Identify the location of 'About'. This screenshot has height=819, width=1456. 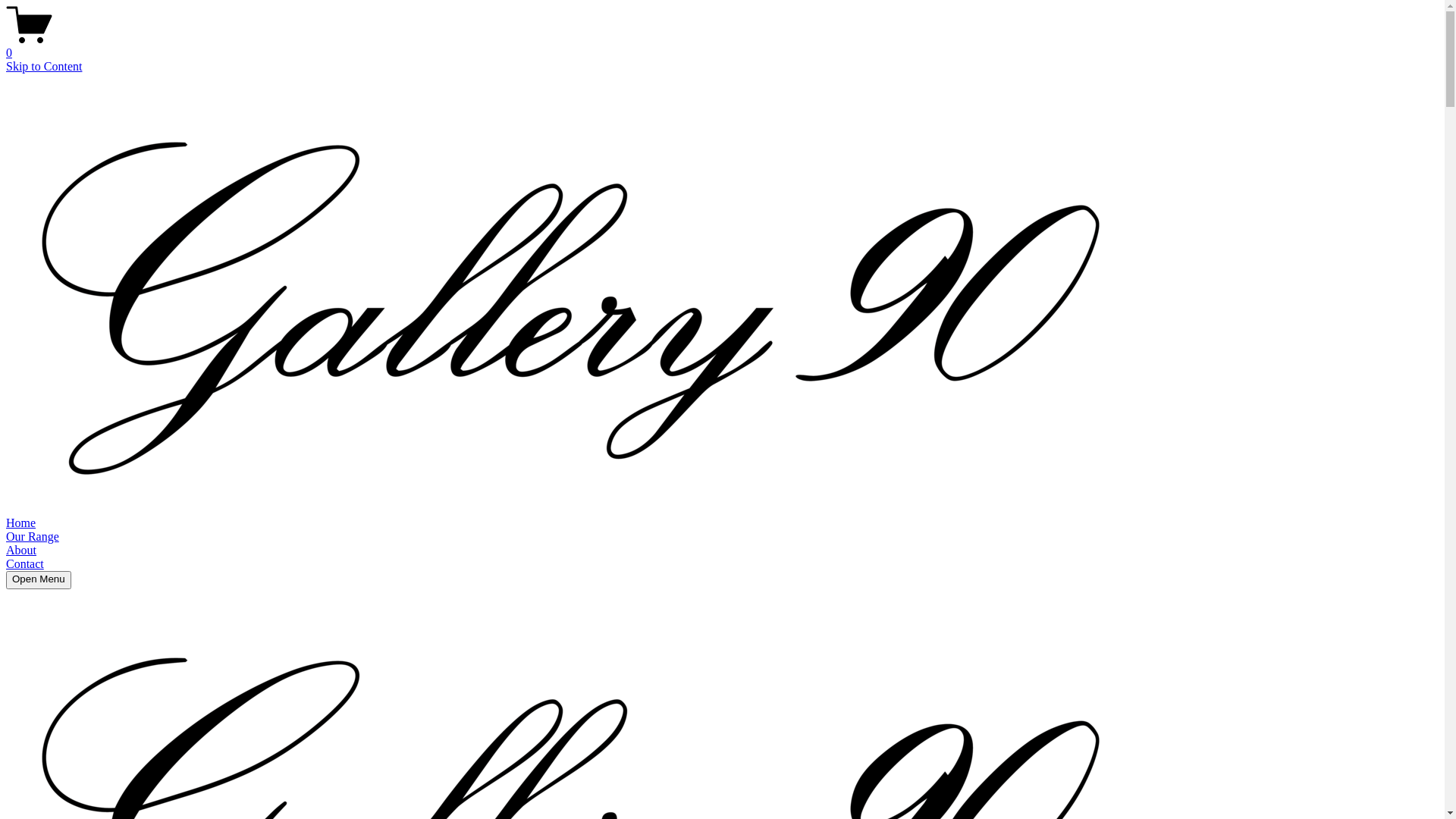
(21, 550).